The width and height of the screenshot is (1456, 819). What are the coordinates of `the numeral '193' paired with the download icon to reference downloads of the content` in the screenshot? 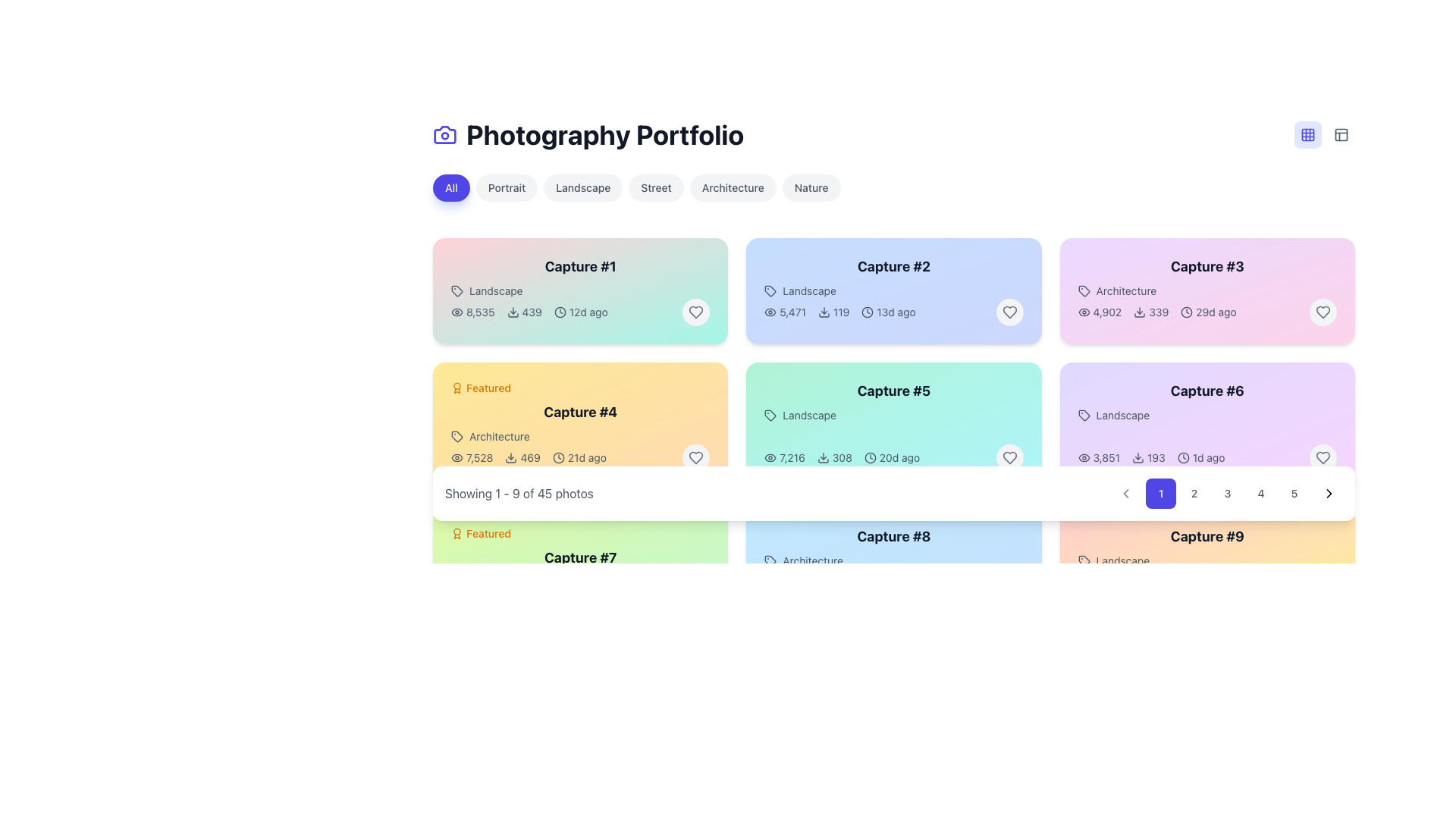 It's located at (1148, 457).